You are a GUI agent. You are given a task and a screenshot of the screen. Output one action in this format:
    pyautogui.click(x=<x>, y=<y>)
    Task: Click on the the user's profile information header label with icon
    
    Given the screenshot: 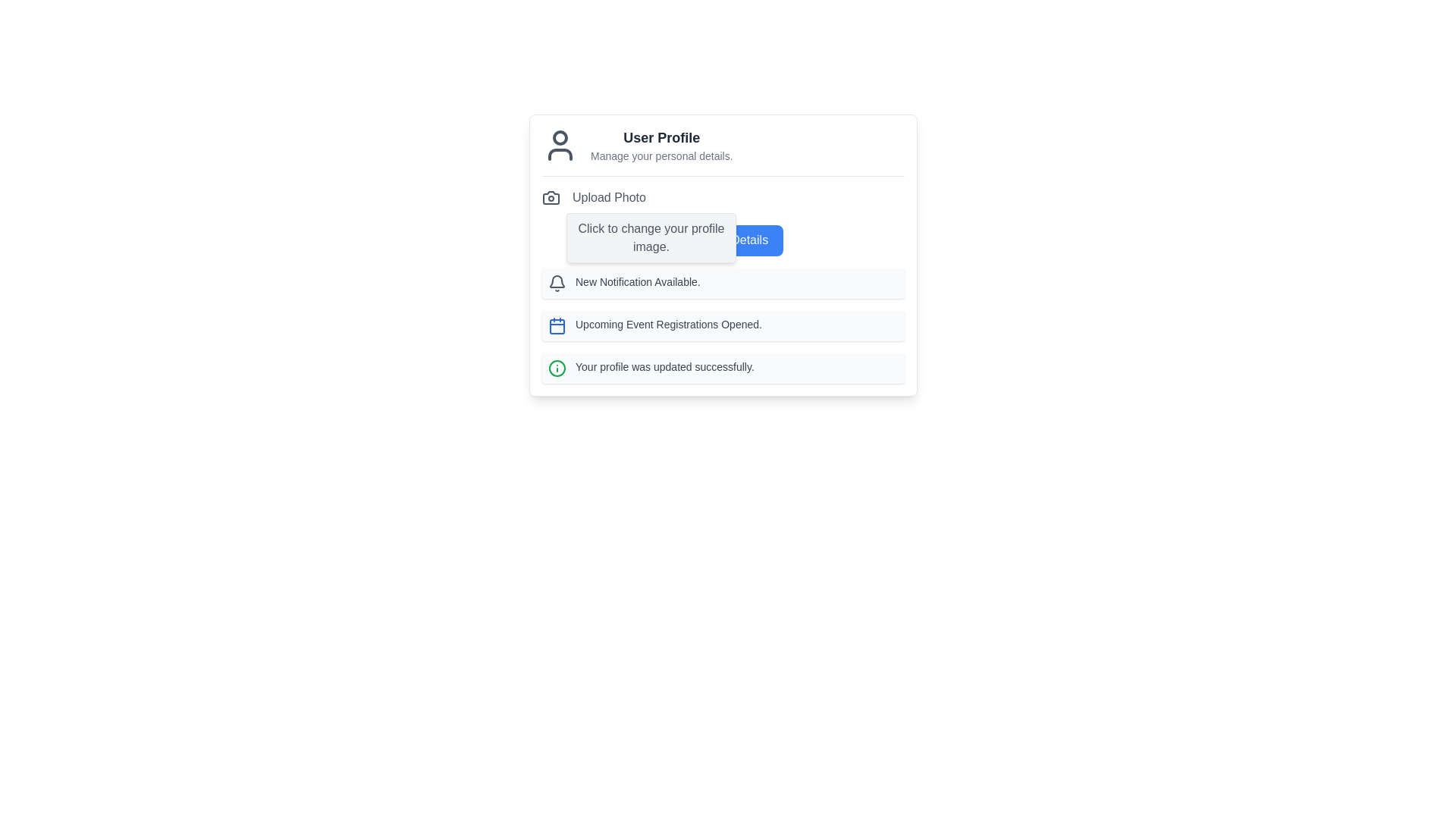 What is the action you would take?
    pyautogui.click(x=723, y=152)
    